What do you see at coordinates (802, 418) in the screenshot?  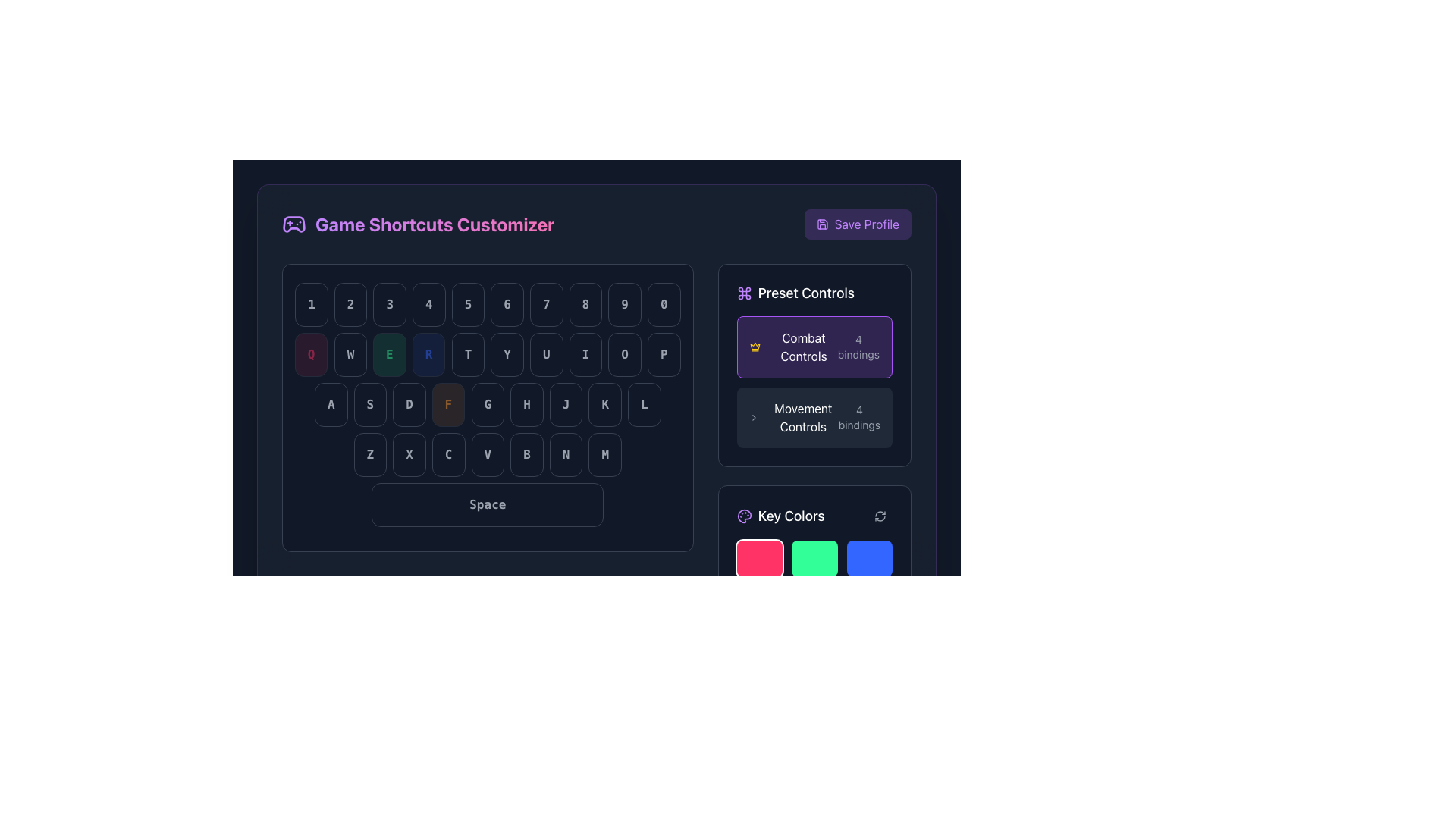 I see `the text label reading 'Movement Controls' located in the right panel of the interface, specifically below 'Combat Controls' in the 'Preset Controls' section` at bounding box center [802, 418].